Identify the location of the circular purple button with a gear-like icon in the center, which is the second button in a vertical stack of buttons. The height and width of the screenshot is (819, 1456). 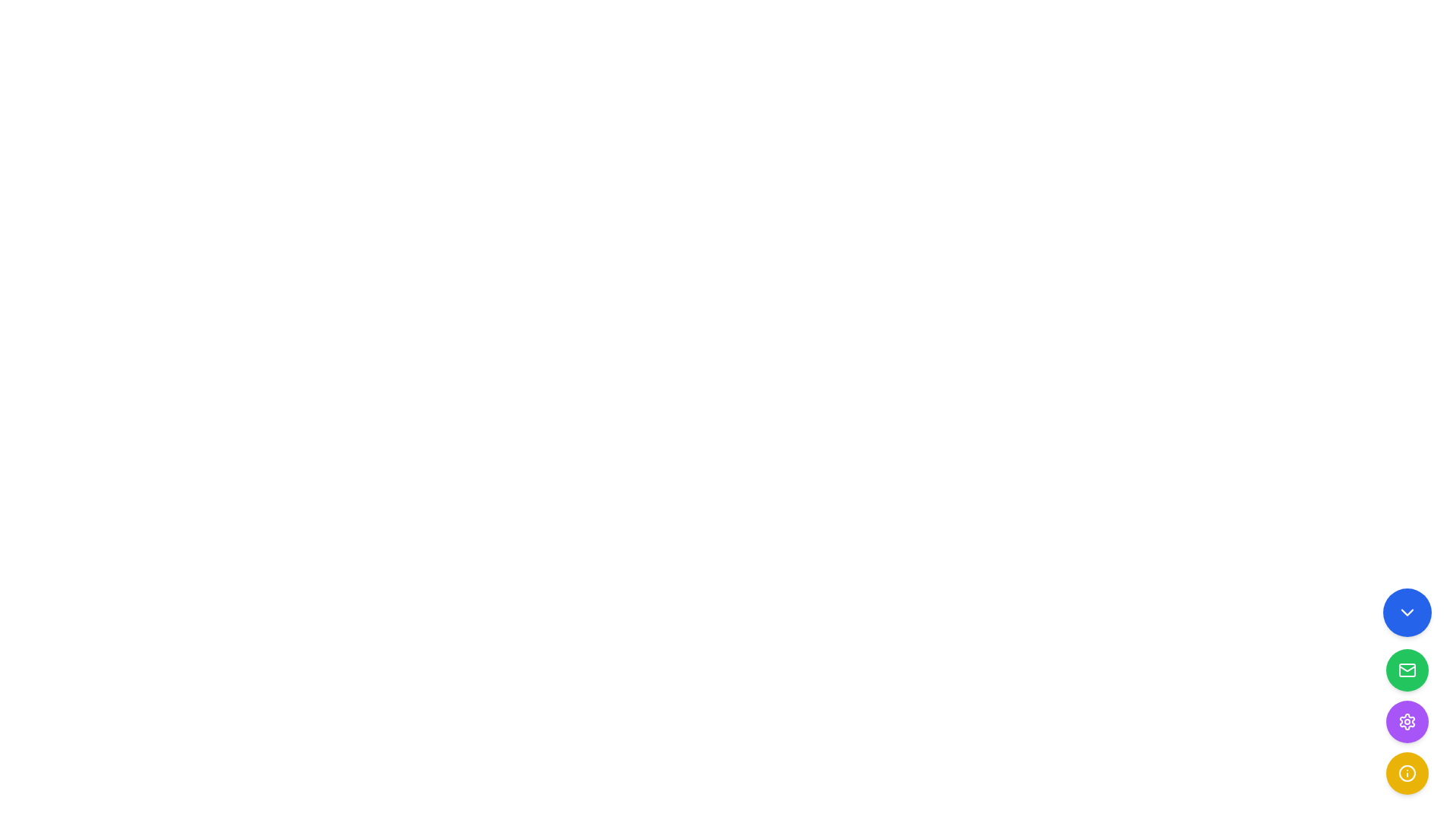
(1407, 721).